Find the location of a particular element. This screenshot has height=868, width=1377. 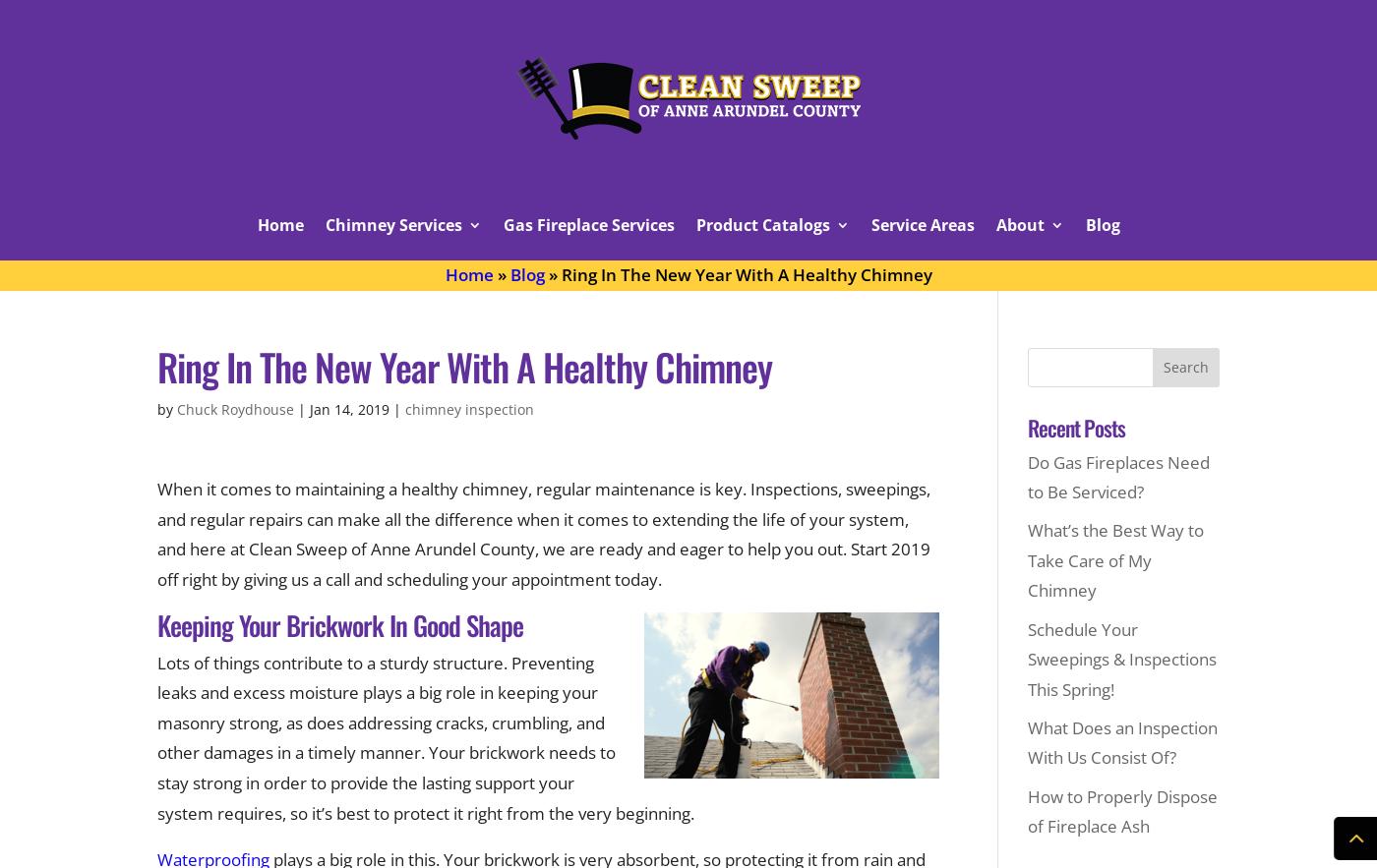

'What’s the Best Way to Take Care of My Chimney' is located at coordinates (1114, 559).